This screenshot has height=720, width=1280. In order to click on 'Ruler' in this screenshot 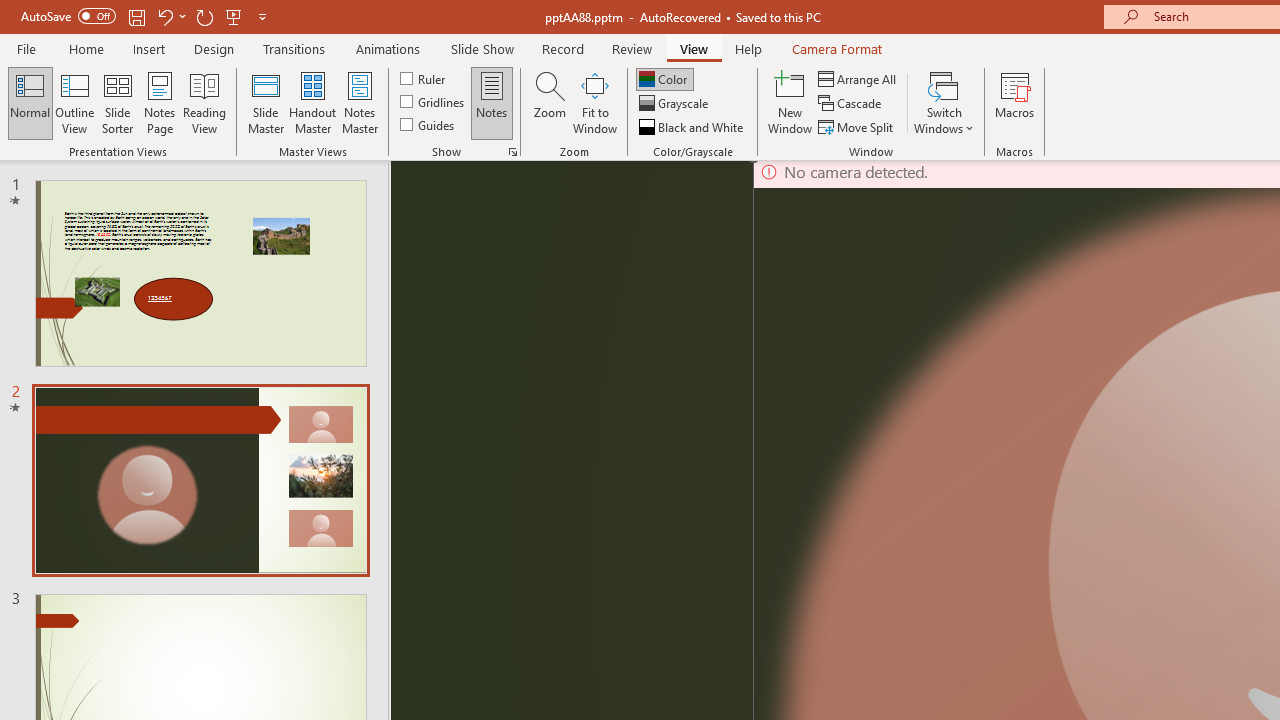, I will do `click(423, 77)`.